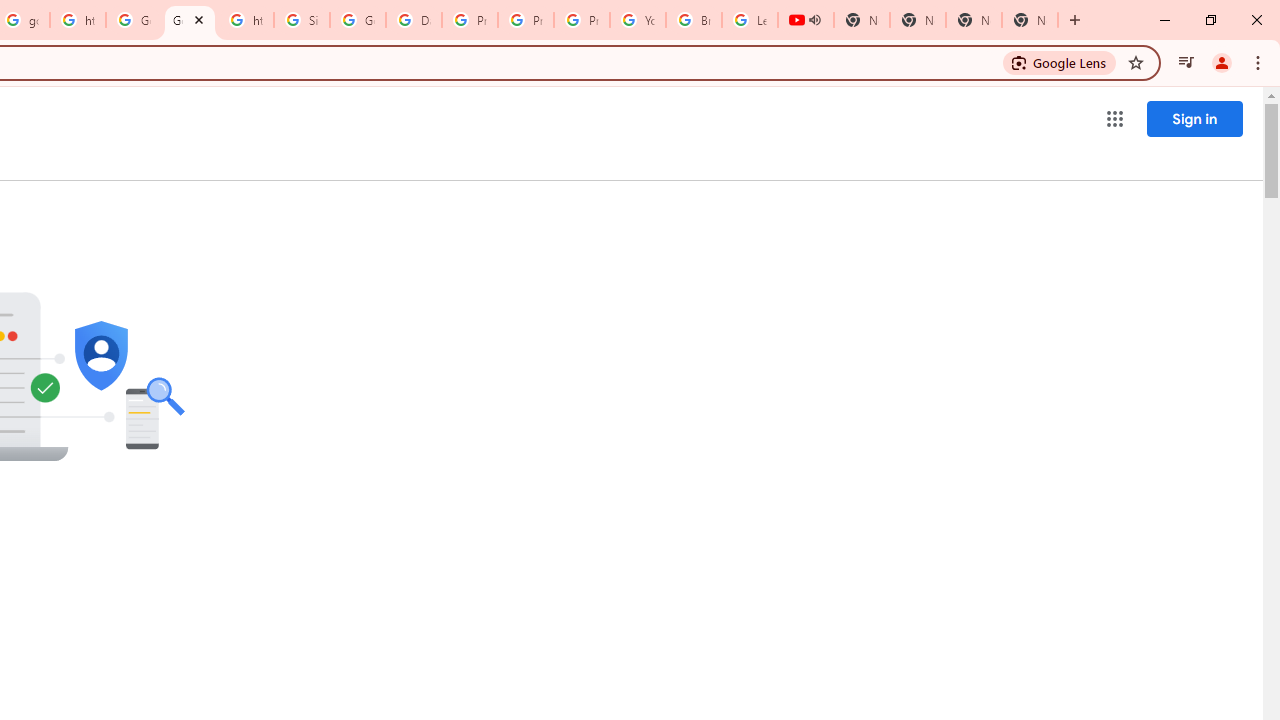  I want to click on 'Privacy Help Center - Policies Help', so click(468, 20).